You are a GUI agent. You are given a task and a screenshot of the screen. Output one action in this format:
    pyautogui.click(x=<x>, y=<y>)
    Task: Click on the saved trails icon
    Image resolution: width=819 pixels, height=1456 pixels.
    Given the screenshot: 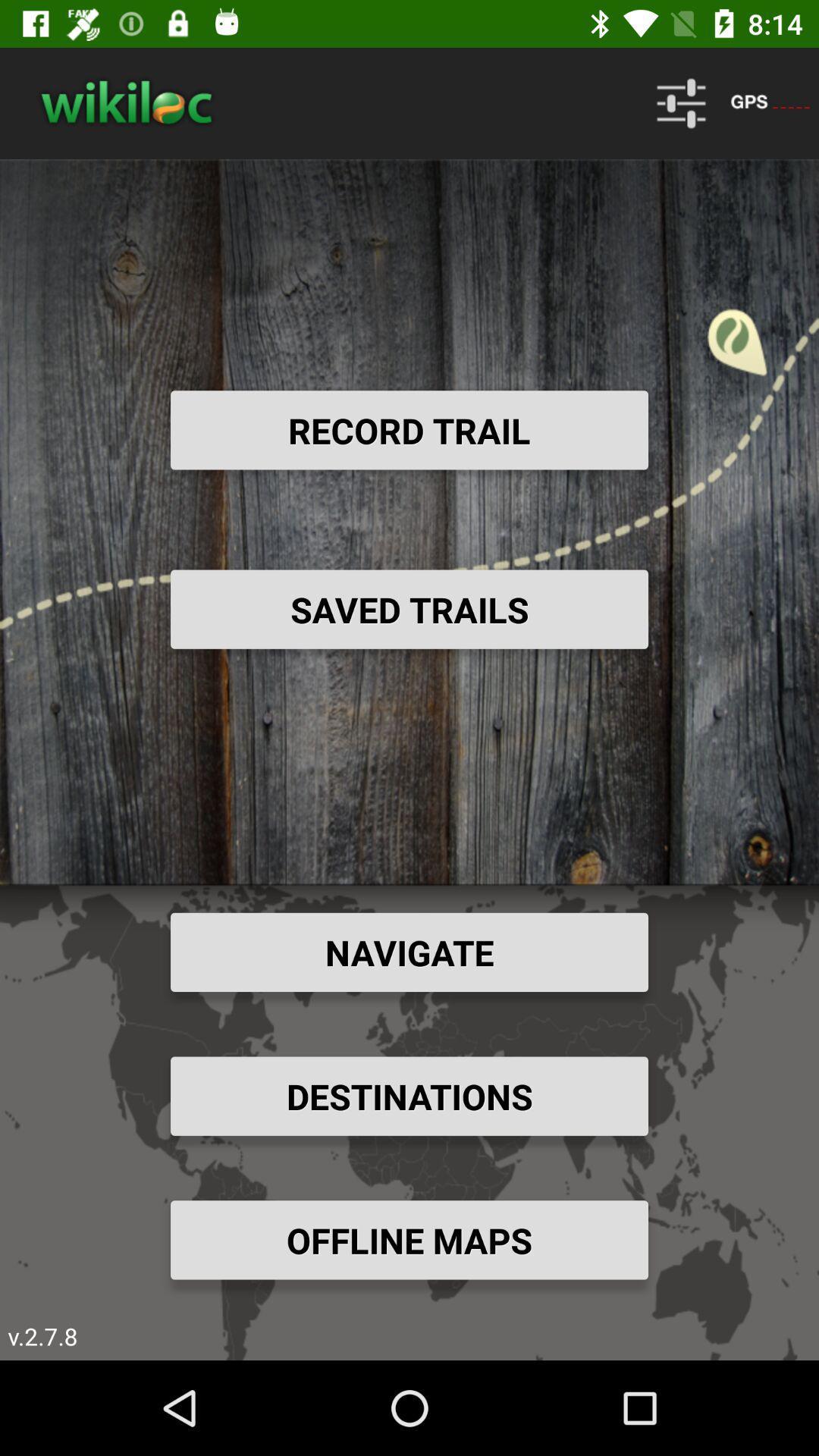 What is the action you would take?
    pyautogui.click(x=409, y=609)
    